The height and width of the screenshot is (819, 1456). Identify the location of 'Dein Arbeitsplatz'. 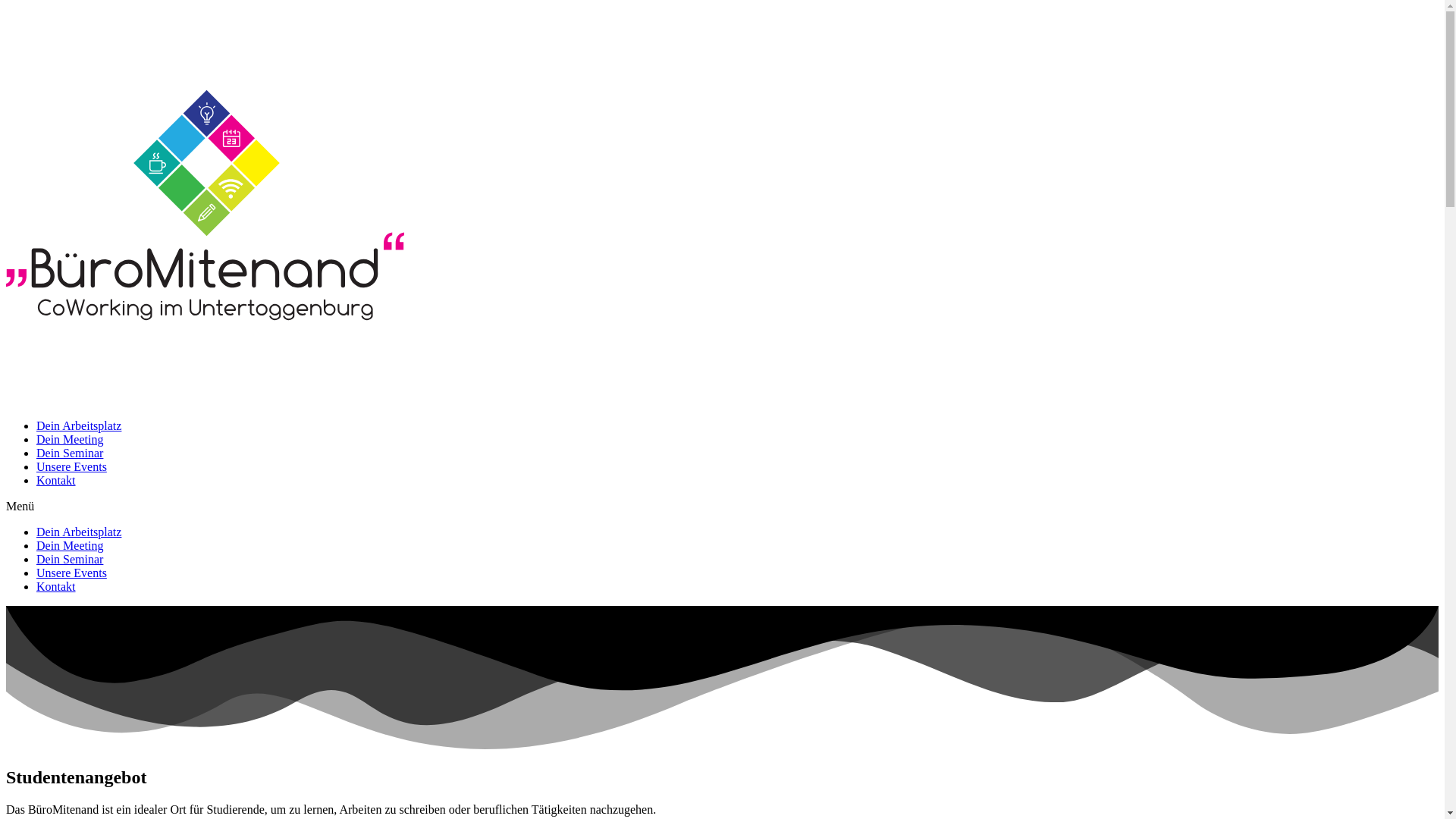
(36, 531).